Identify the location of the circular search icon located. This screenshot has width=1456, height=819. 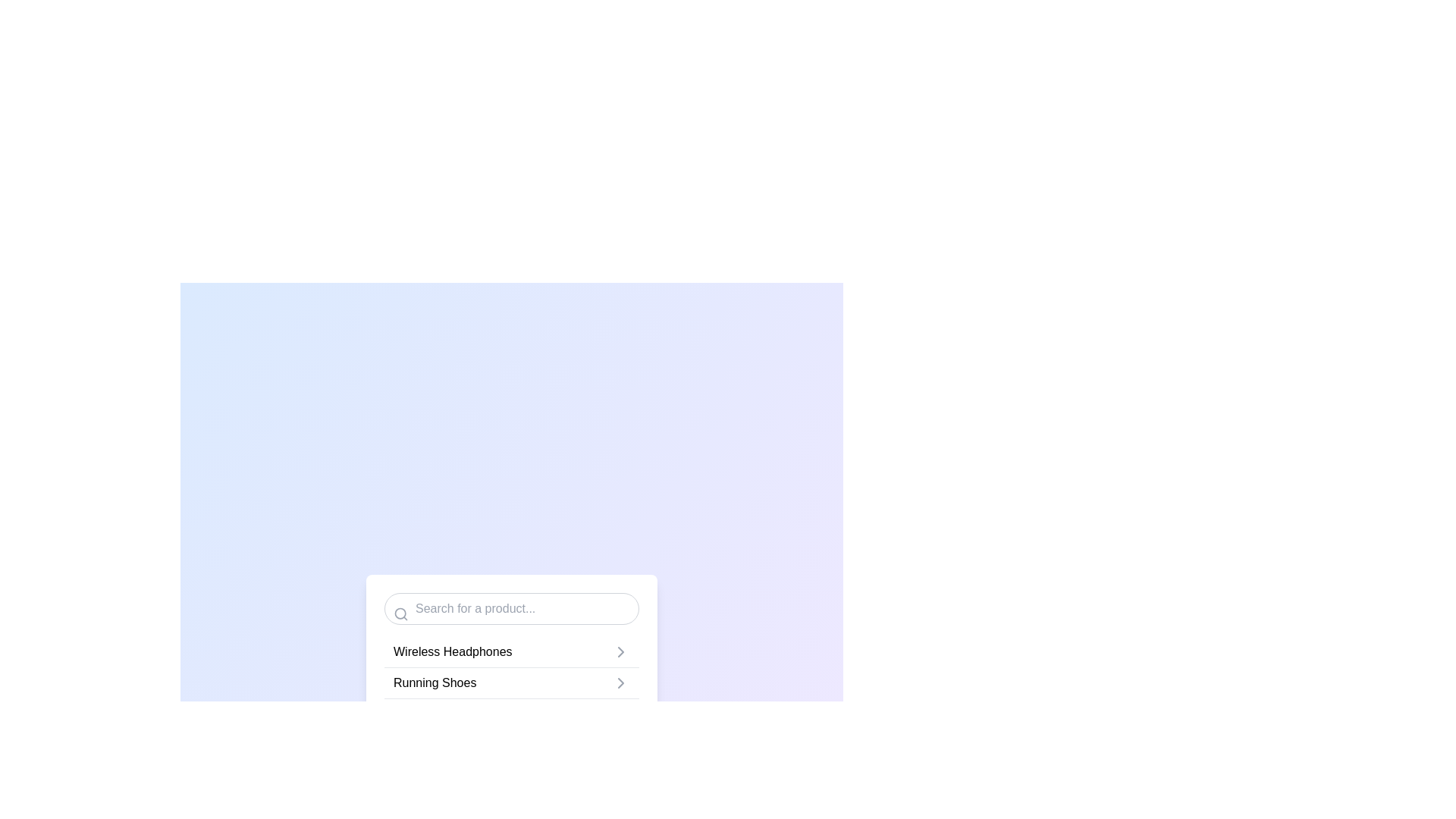
(400, 613).